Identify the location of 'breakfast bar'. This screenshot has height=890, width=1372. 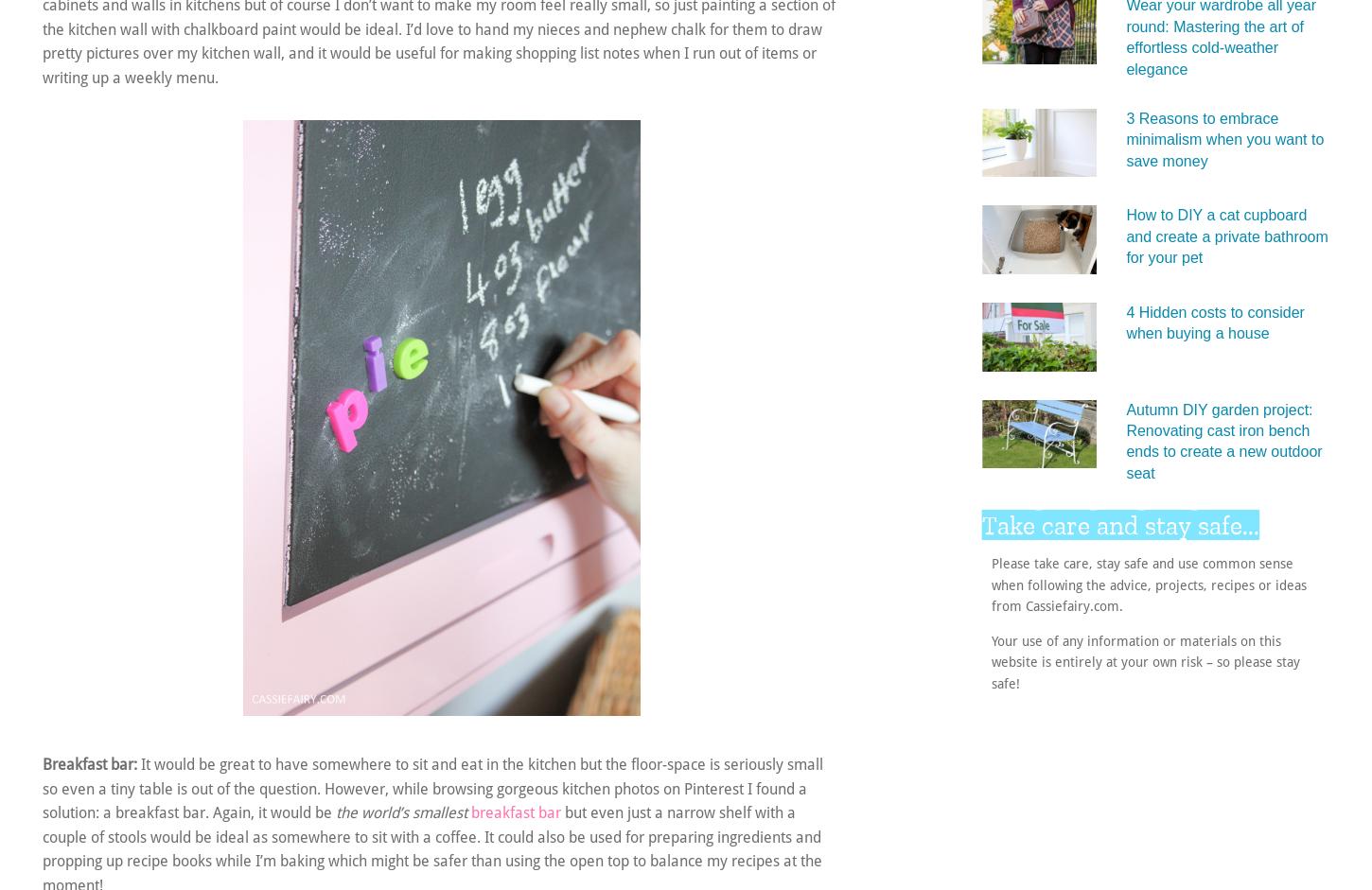
(470, 812).